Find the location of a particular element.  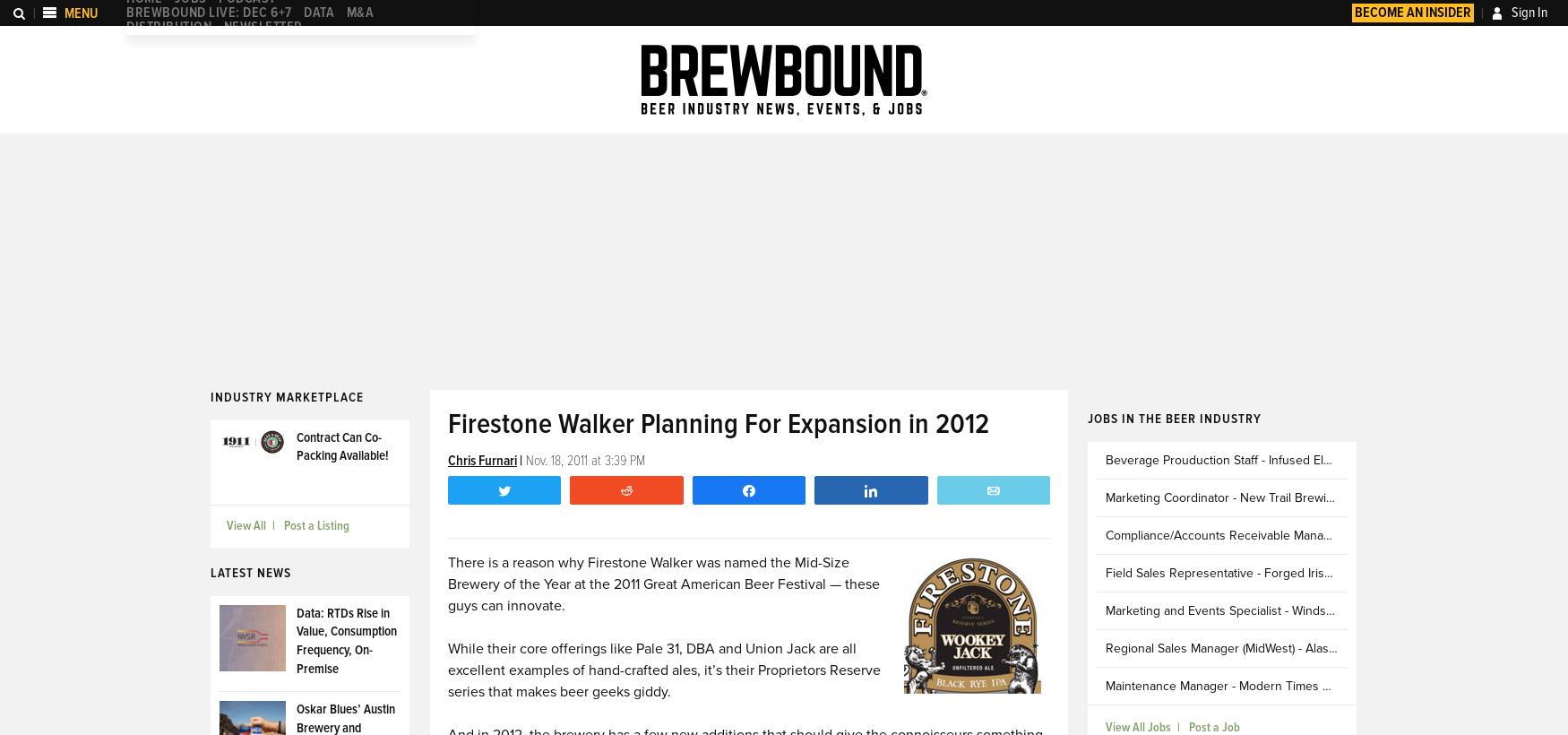

'Regional Sales Manager (MidWest) - Alaskan Brewing Co.' is located at coordinates (1261, 646).